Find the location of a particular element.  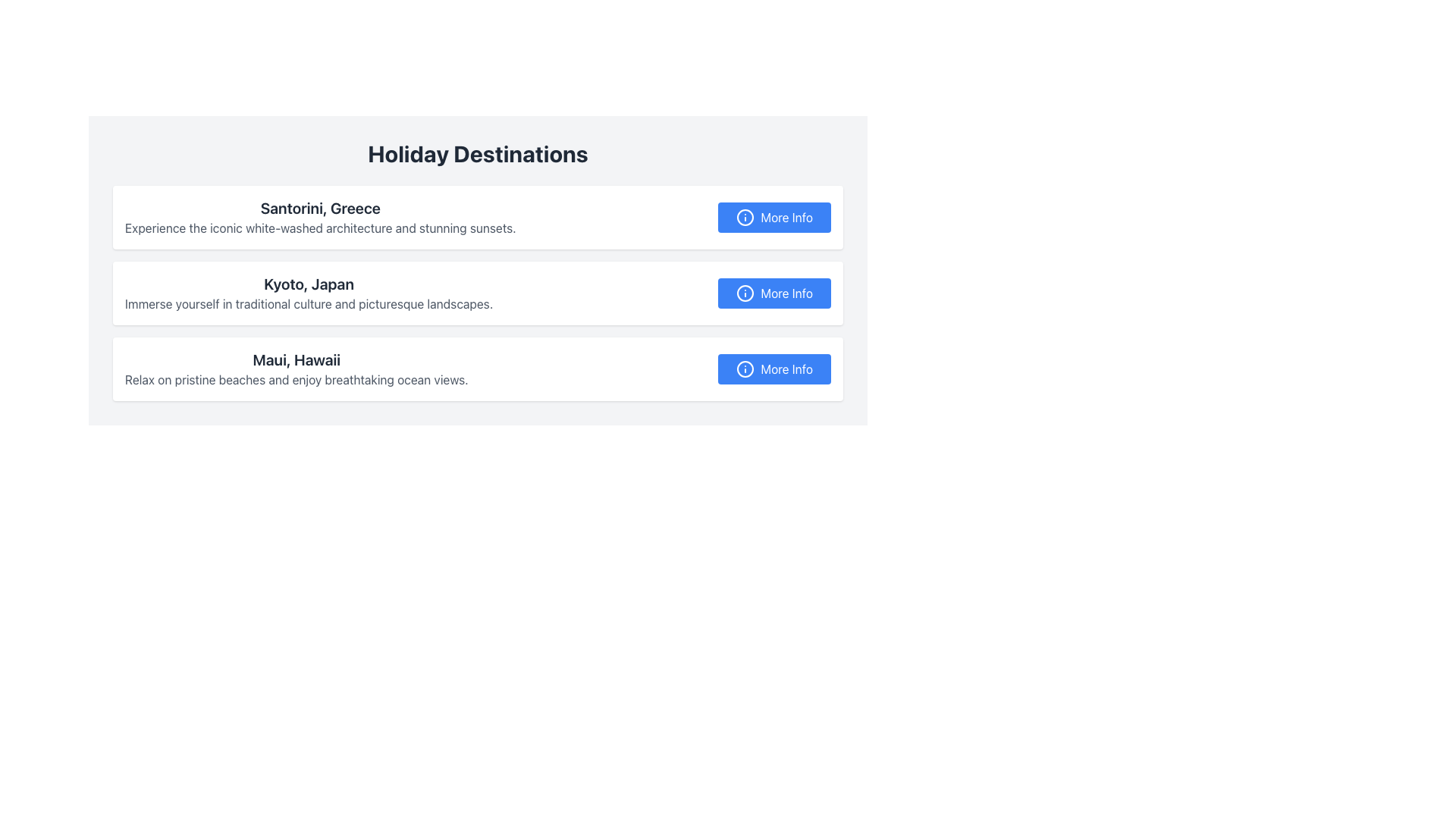

the text block displaying 'Kyoto, Japan', which includes a bold title and a descriptive phrase, located in the middle section of the holiday destination list is located at coordinates (308, 293).